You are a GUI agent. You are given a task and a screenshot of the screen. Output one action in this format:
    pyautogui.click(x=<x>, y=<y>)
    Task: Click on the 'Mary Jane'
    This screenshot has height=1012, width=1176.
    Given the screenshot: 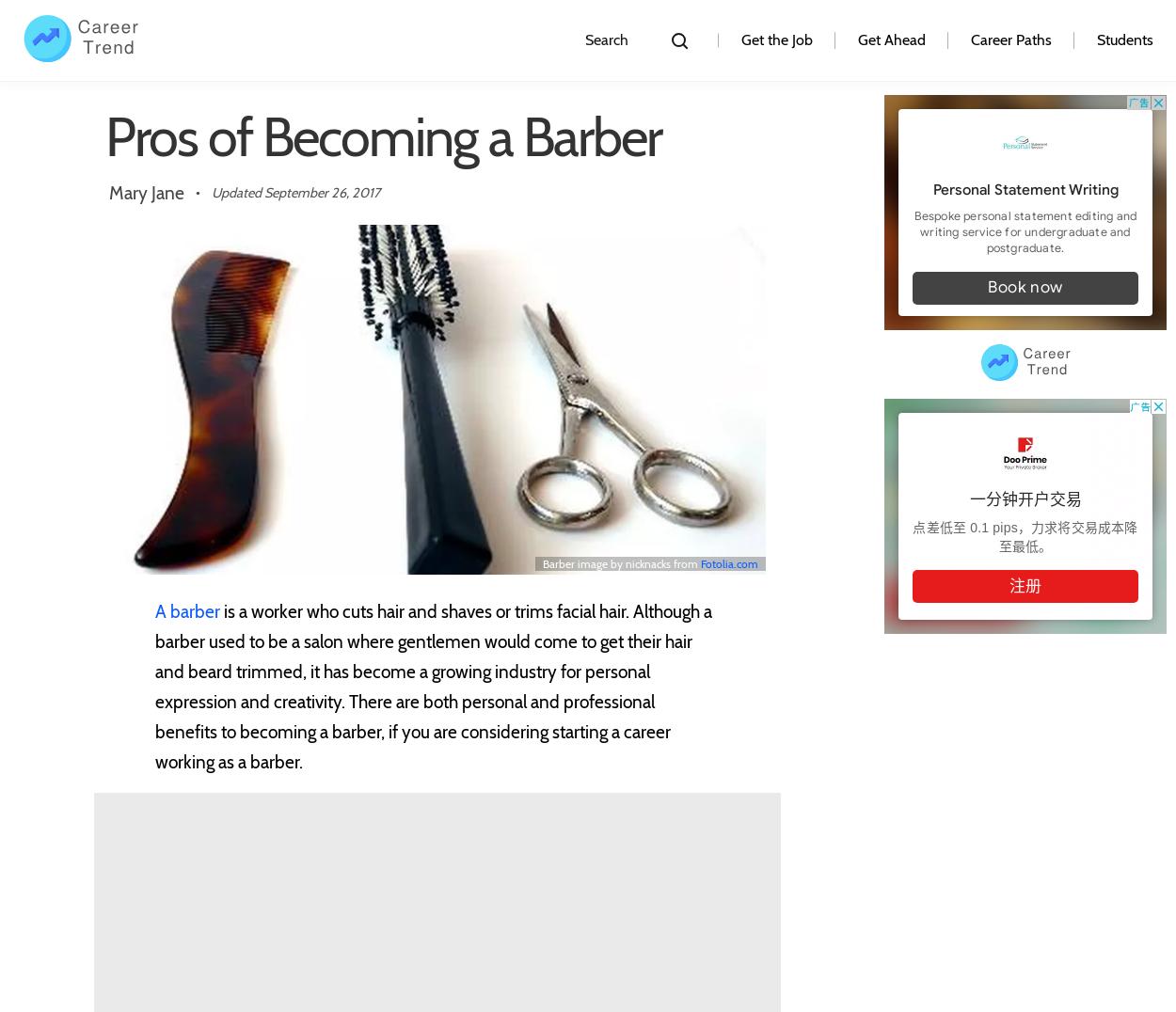 What is the action you would take?
    pyautogui.click(x=147, y=191)
    